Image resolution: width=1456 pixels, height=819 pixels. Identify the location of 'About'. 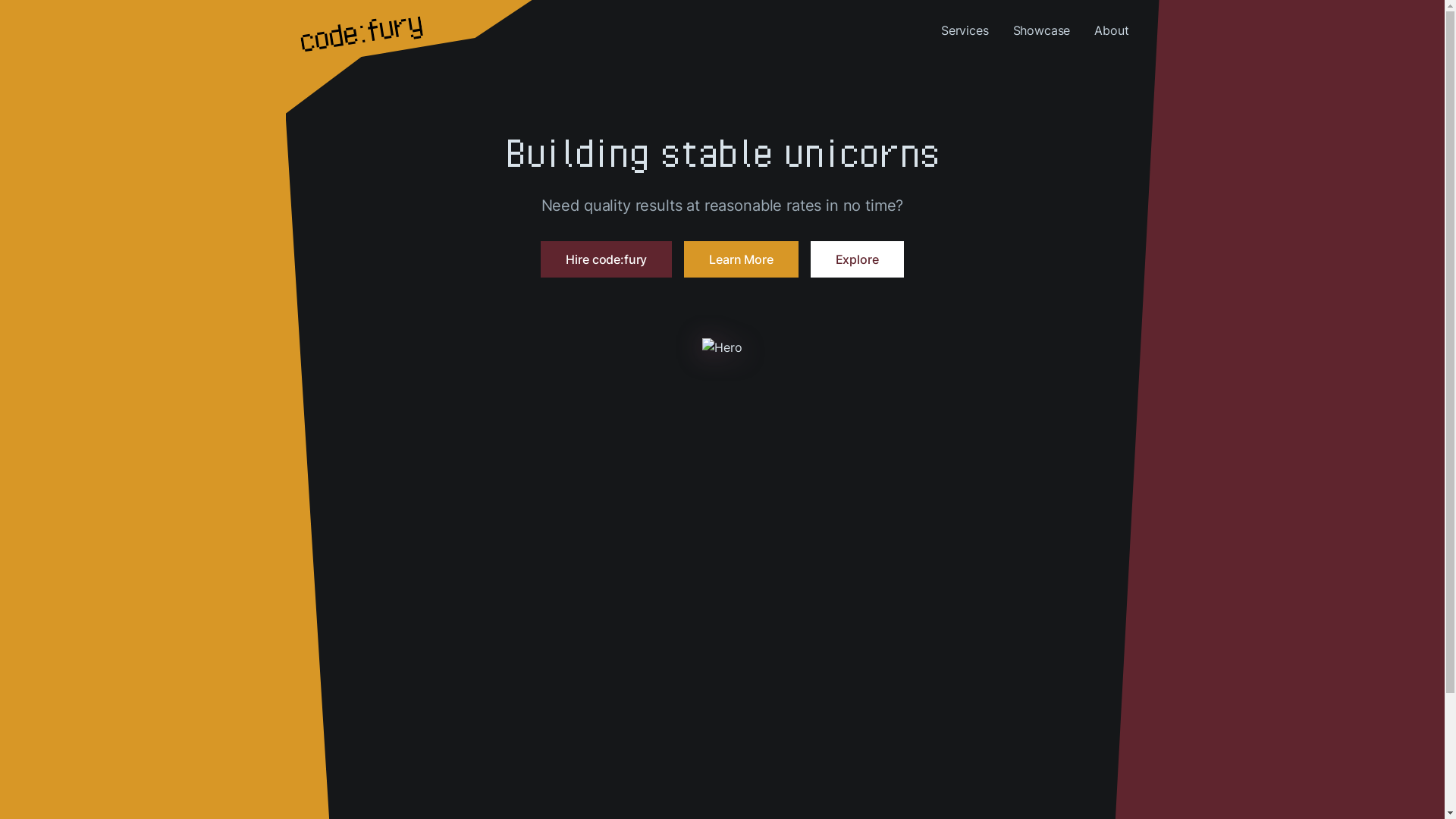
(1111, 30).